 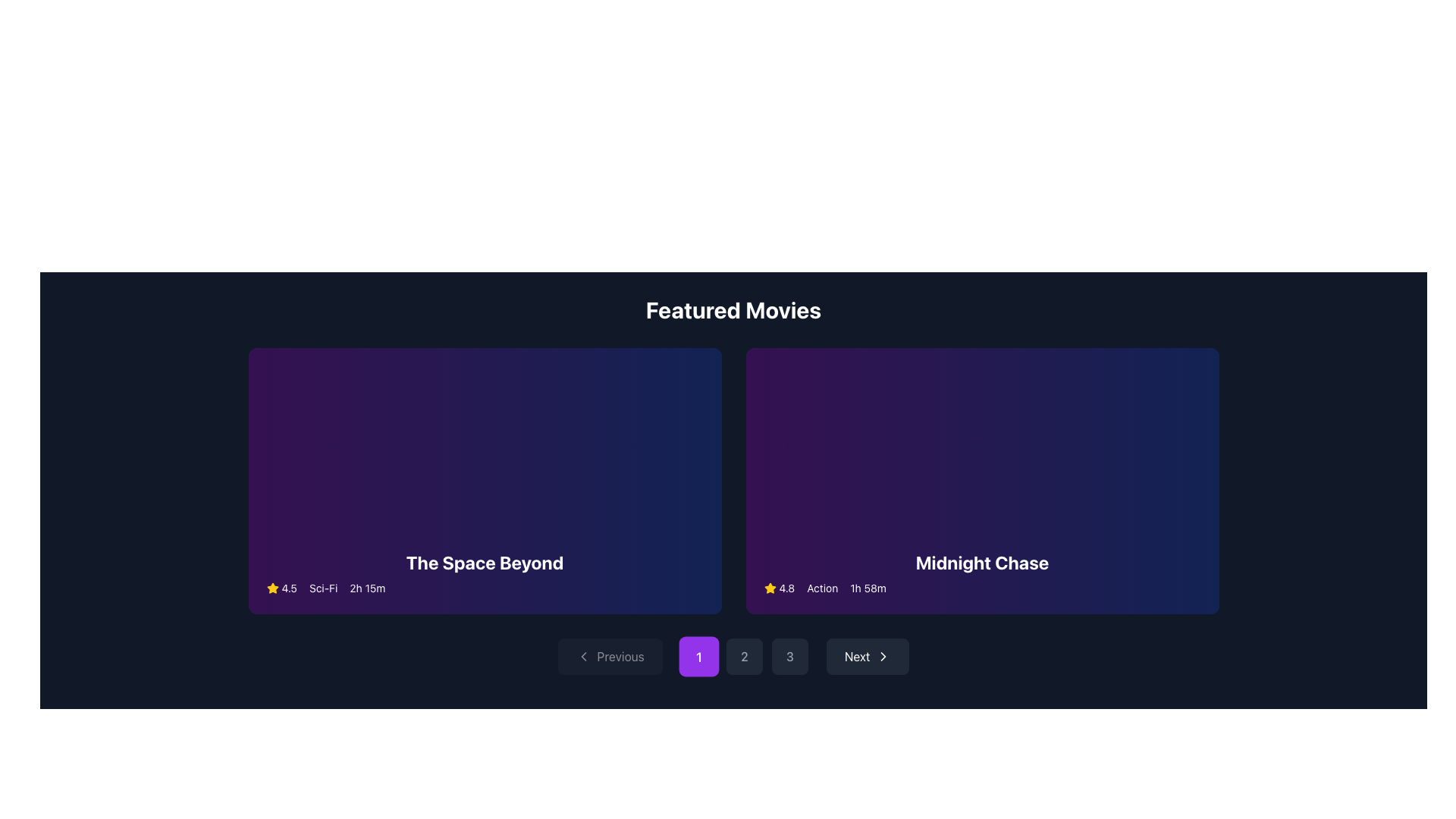 I want to click on the first navigation button located in the horizontal navigation bar at the bottom of the interface, so click(x=610, y=656).